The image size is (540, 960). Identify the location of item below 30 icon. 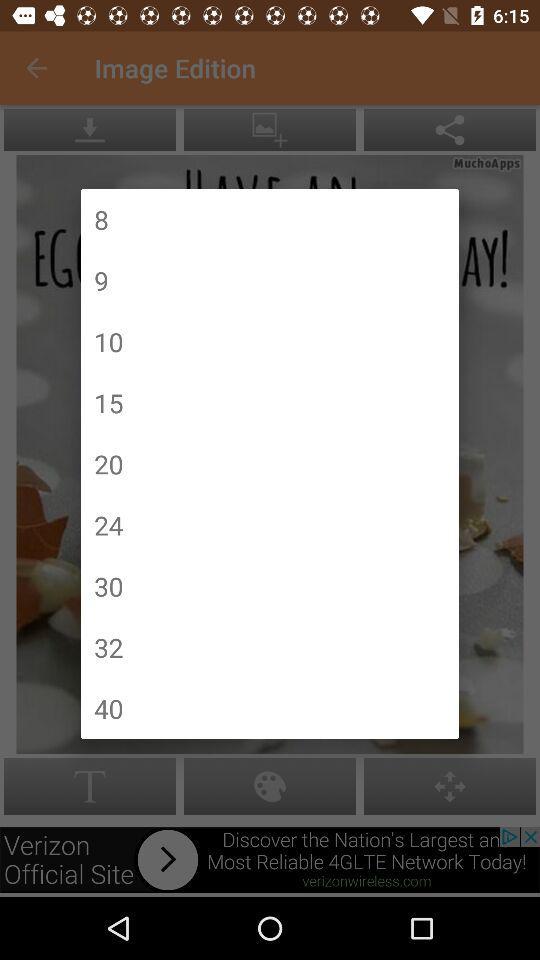
(108, 646).